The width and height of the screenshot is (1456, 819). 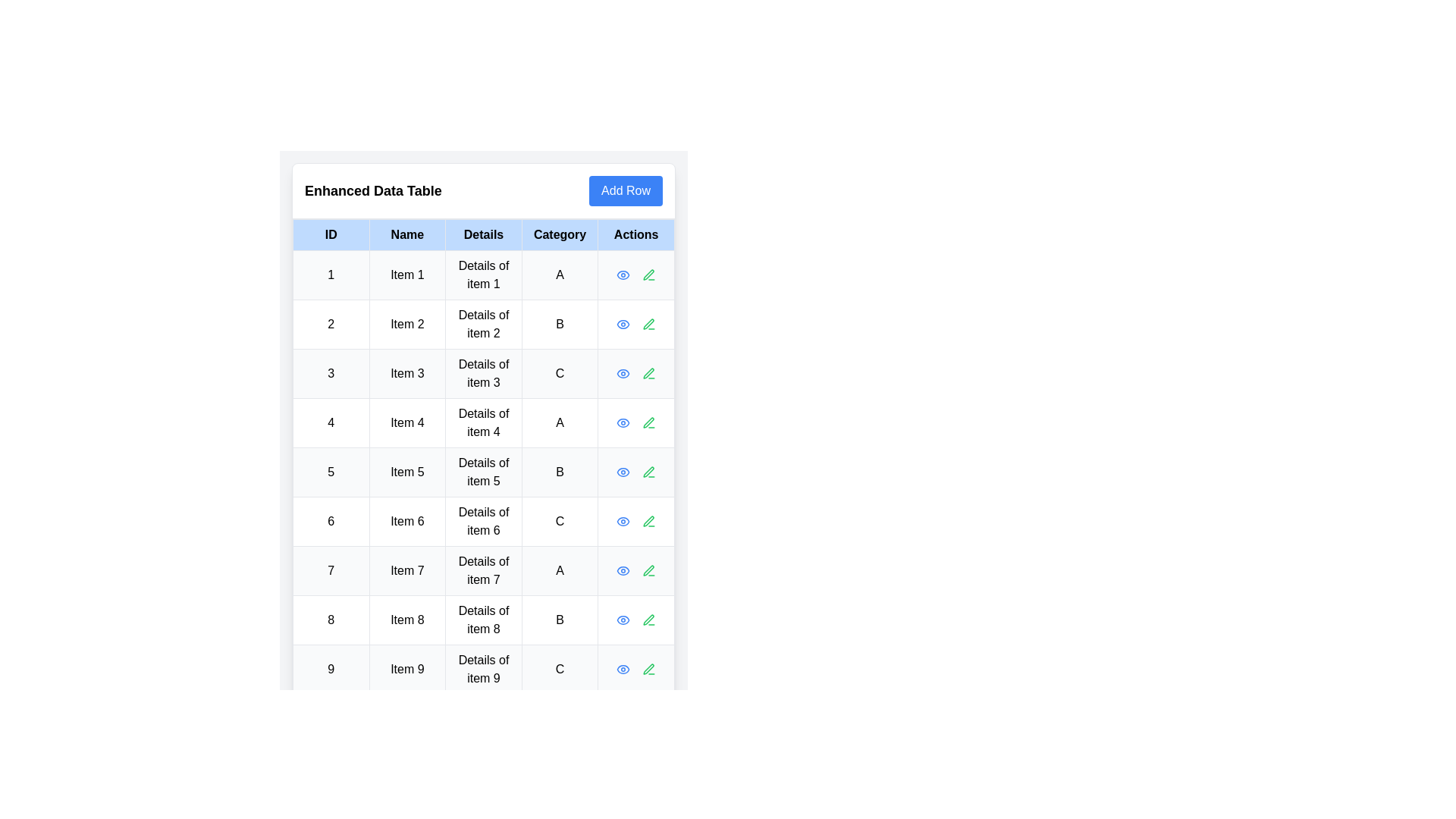 I want to click on the data cell containing the numeric value '2' in the second row and first column of the data table, so click(x=330, y=324).